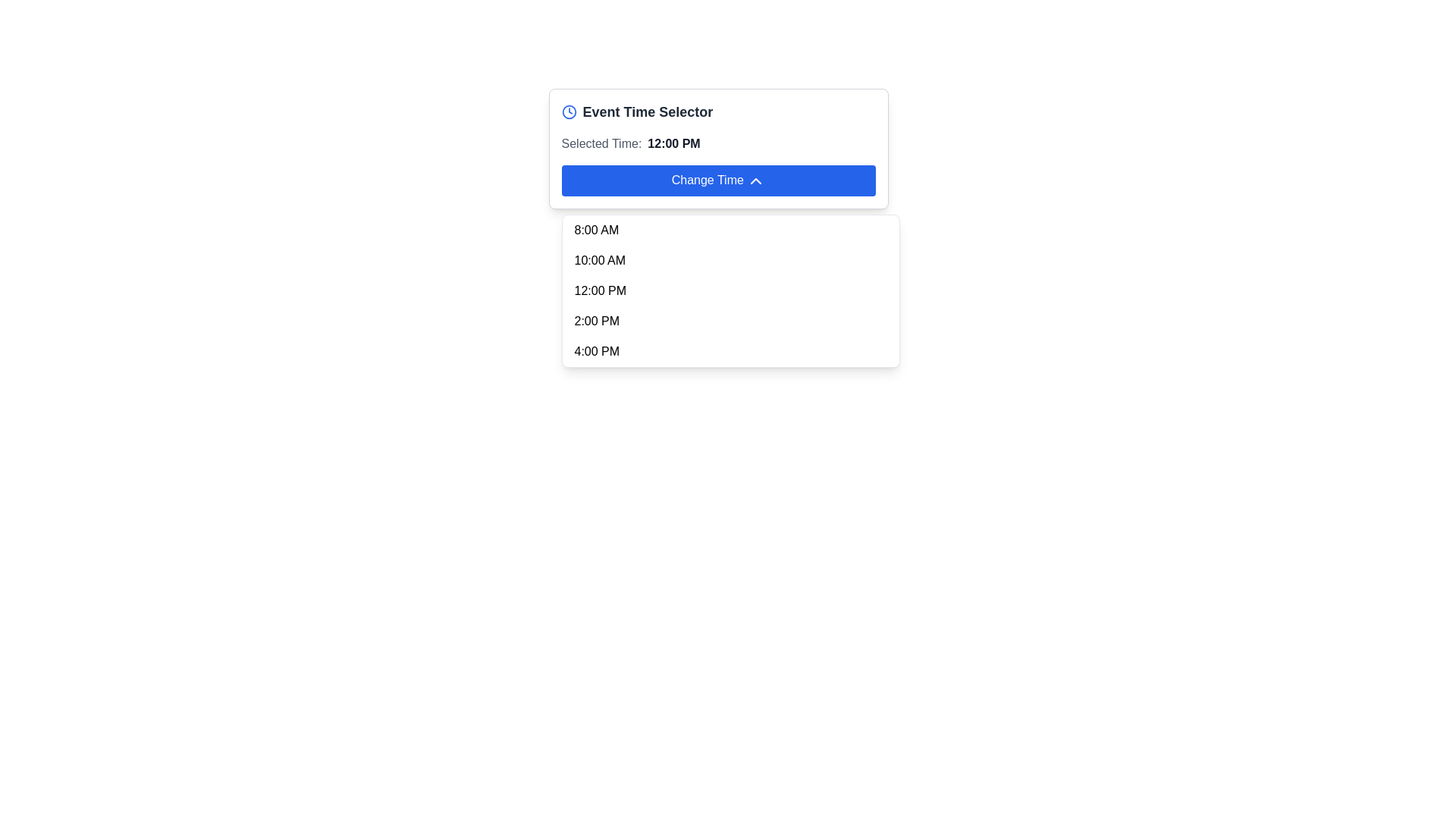 This screenshot has width=1456, height=819. Describe the element at coordinates (568, 111) in the screenshot. I see `the time icon located to the left of the 'Event Time Selector' title text` at that location.